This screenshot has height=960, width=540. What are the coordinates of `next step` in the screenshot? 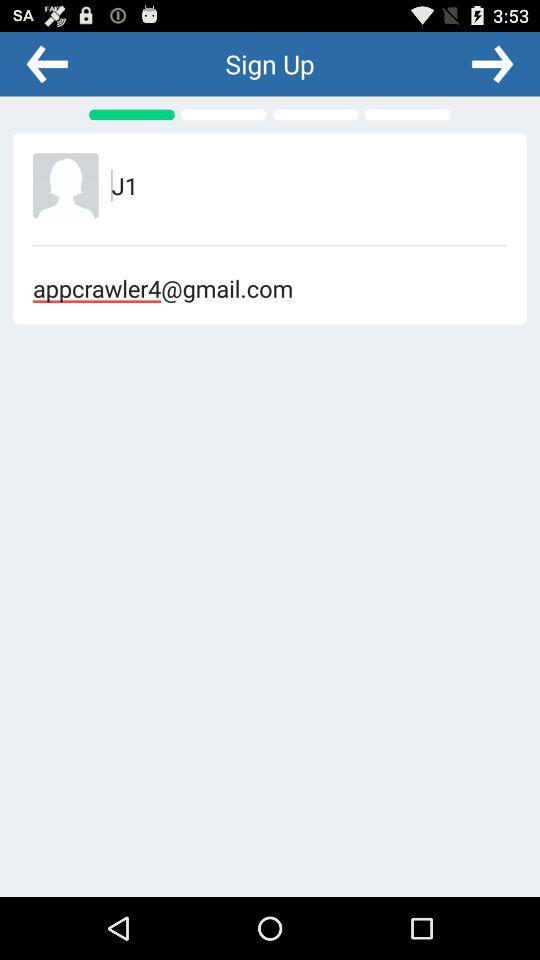 It's located at (491, 63).